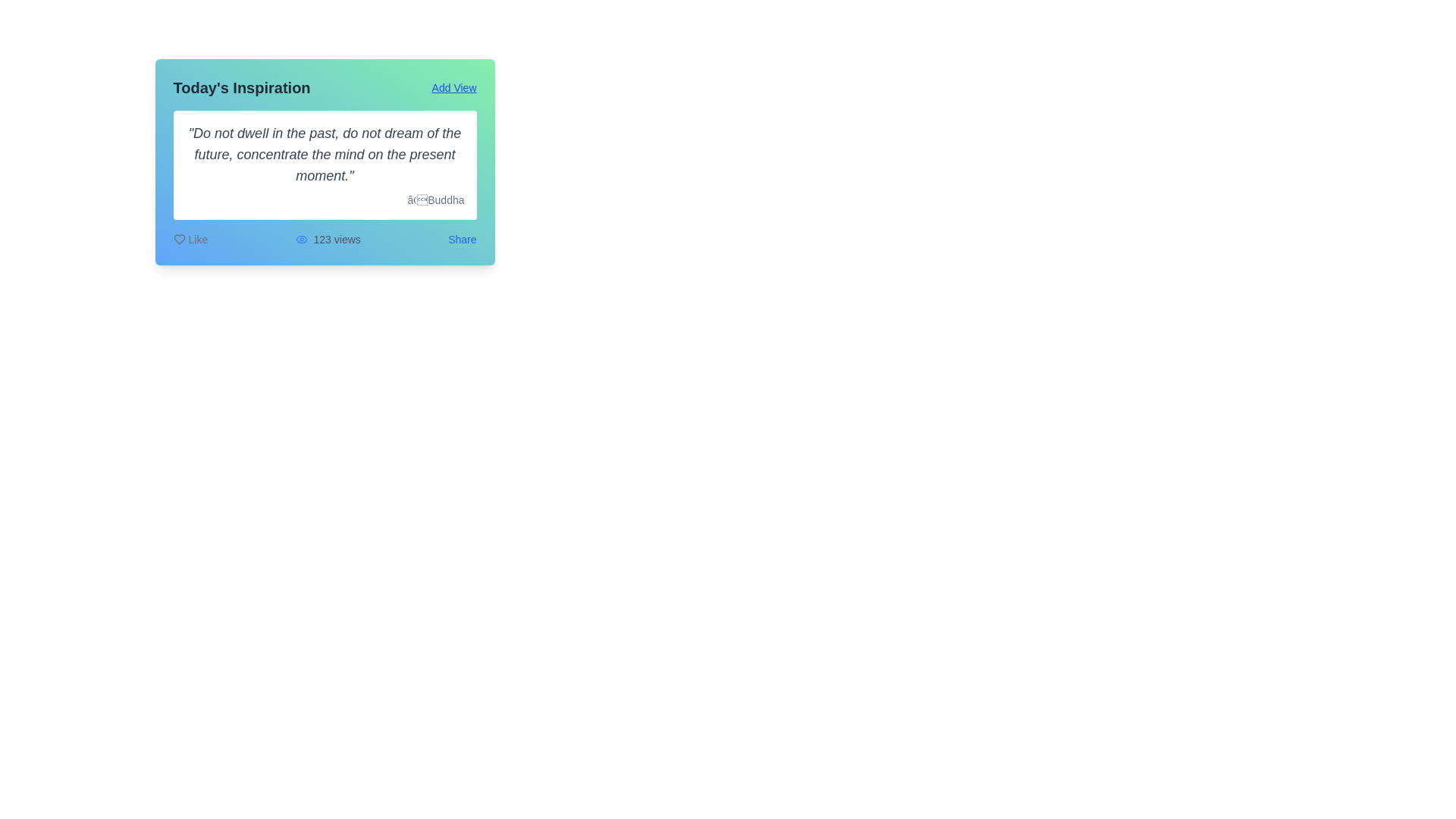  I want to click on the italicized quote text block displaying: '"Do not dwell in the past, do not dream of the future, concentrate the mind on the present moment."' which is located at the center of a white card with a rounded shadow appearance, so click(324, 155).